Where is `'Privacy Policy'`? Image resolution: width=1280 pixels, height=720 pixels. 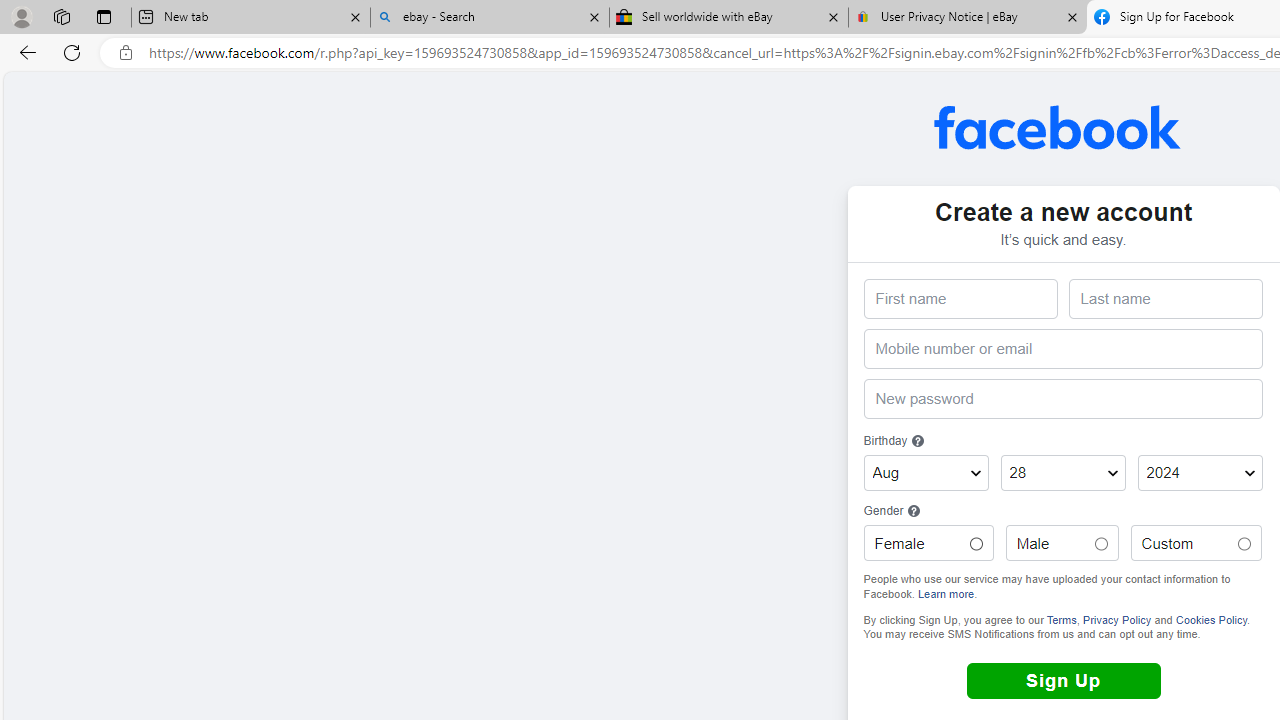
'Privacy Policy' is located at coordinates (1115, 618).